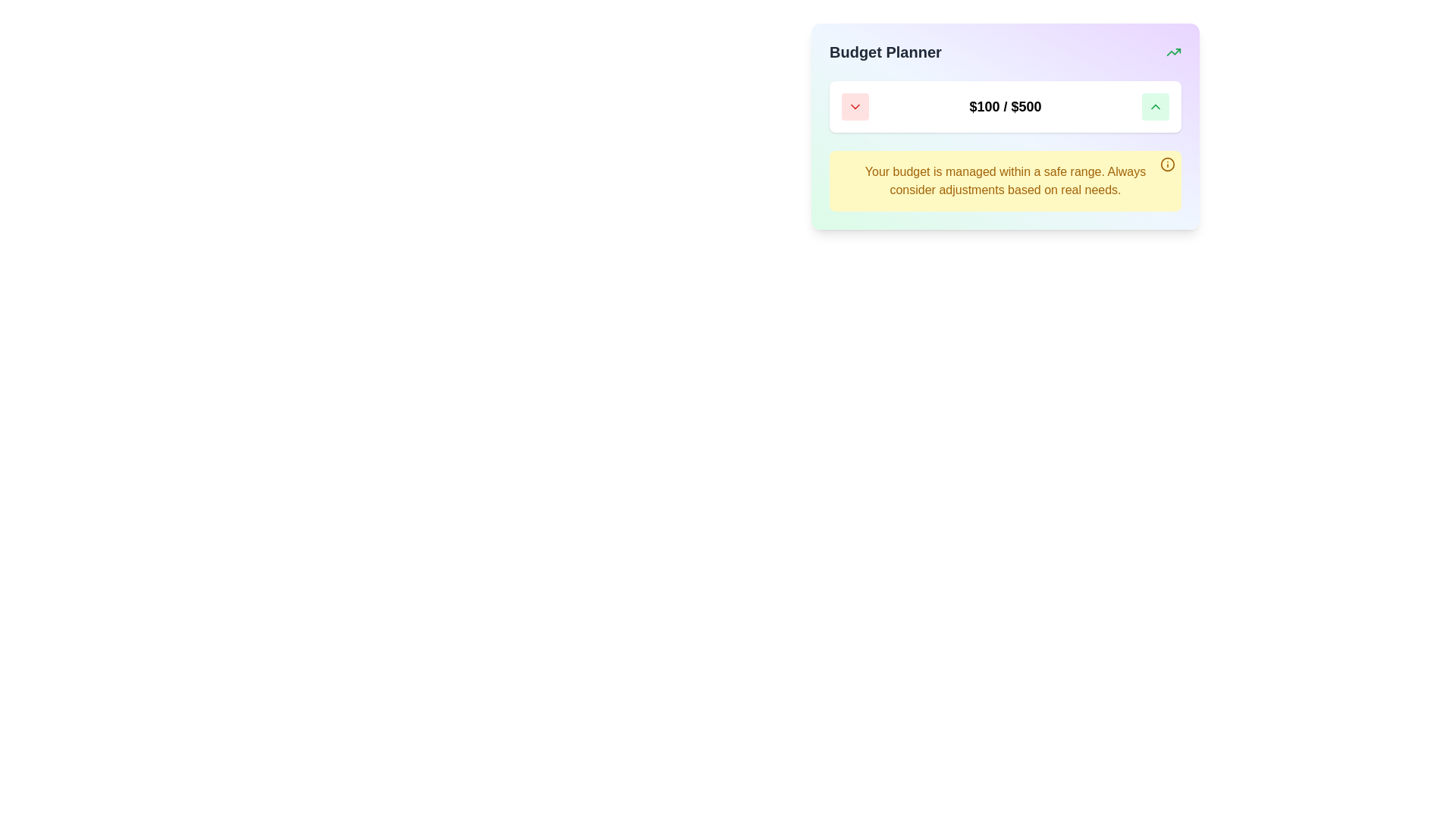 The width and height of the screenshot is (1456, 819). What do you see at coordinates (855, 106) in the screenshot?
I see `the chevron icon inside the button to the left of the budget range display ('$100 / $500') in the 'Budget Planner' panel` at bounding box center [855, 106].